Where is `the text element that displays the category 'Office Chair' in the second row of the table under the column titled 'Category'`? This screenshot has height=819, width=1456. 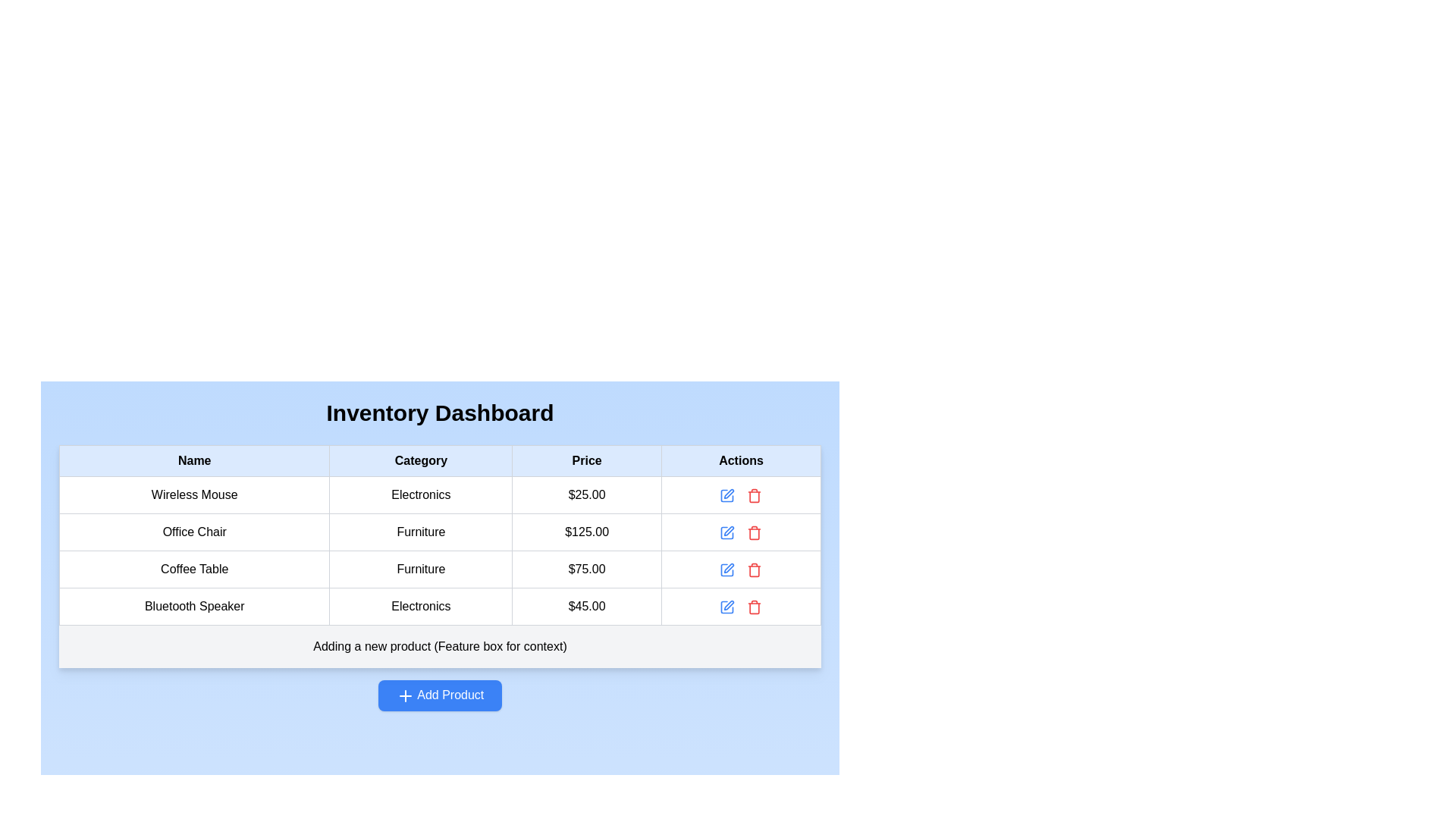
the text element that displays the category 'Office Chair' in the second row of the table under the column titled 'Category' is located at coordinates (421, 532).